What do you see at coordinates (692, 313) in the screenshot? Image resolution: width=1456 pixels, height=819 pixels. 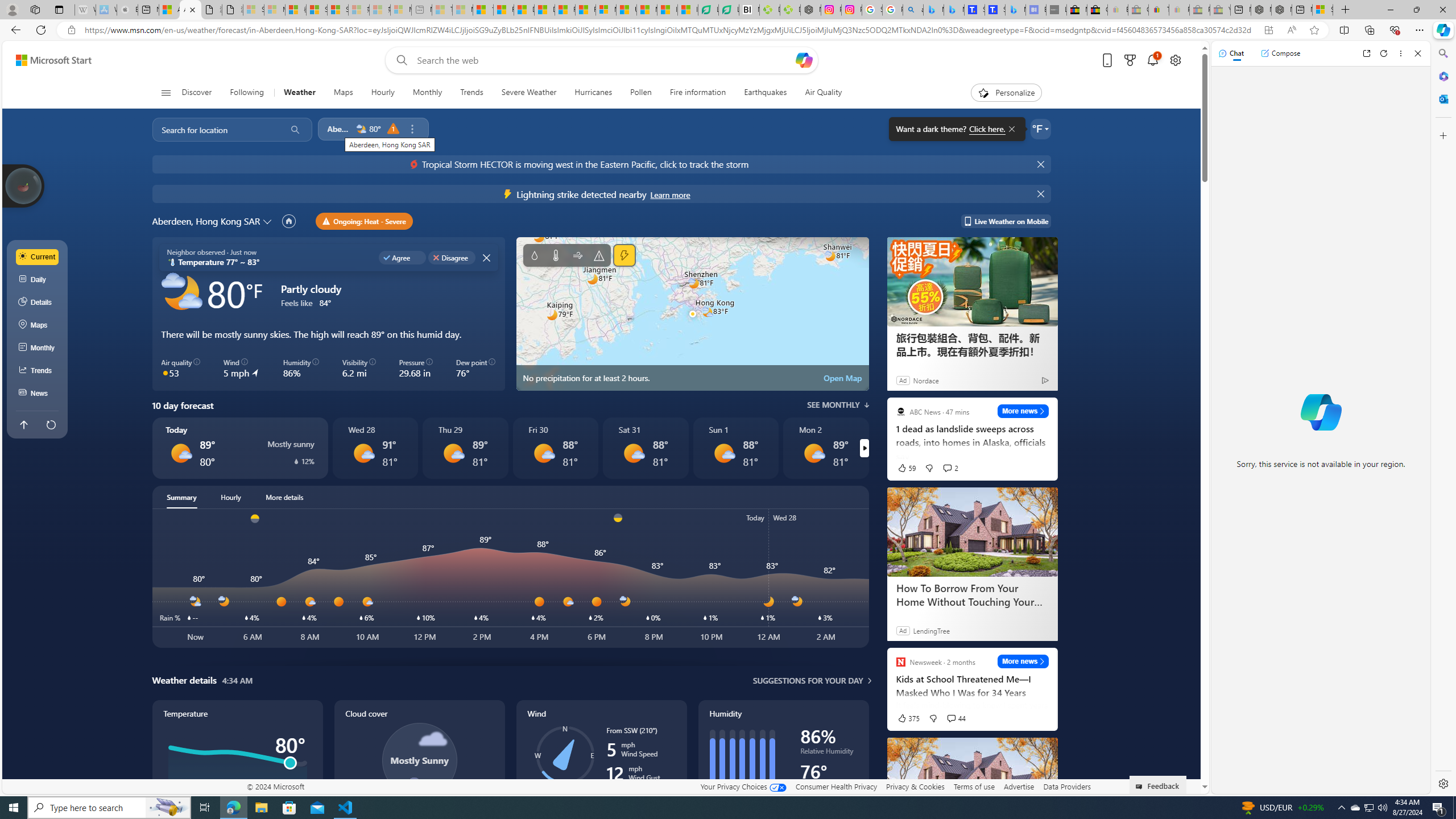 I see `'Class: miniMapRadarSVGView-DS-EntryPoint1-1'` at bounding box center [692, 313].